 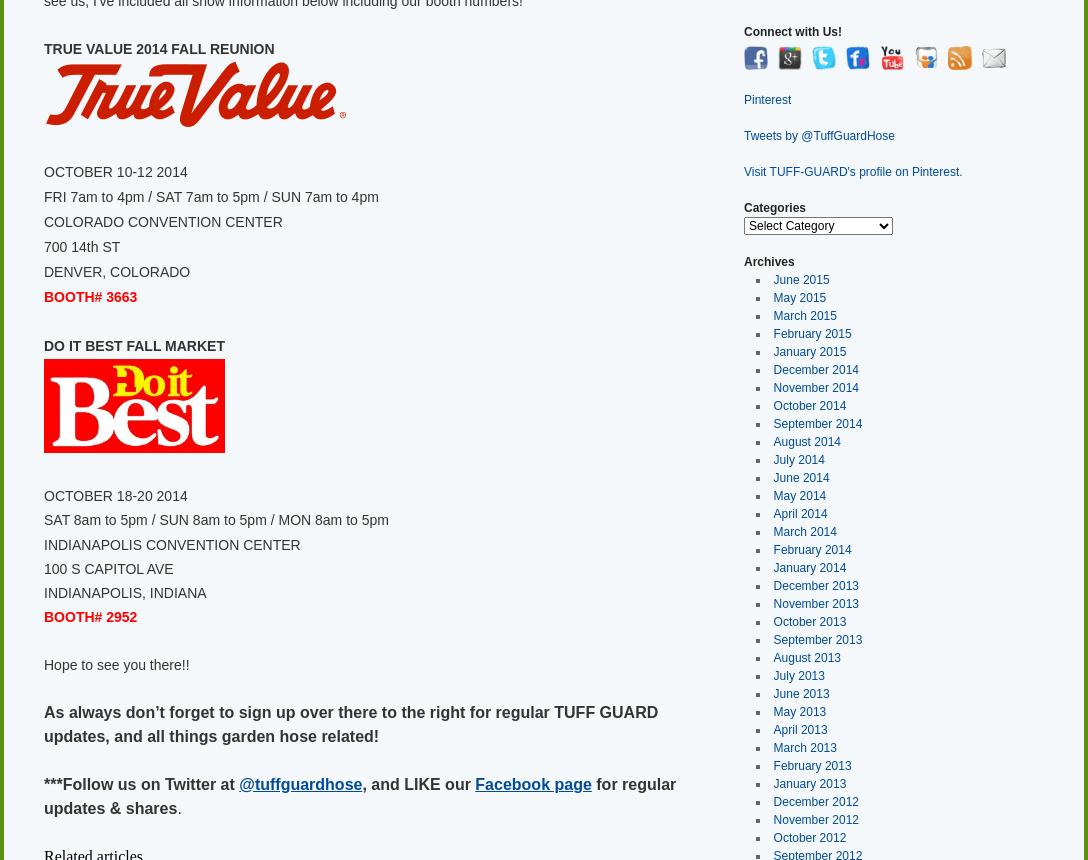 I want to click on 'Categories', so click(x=773, y=206).